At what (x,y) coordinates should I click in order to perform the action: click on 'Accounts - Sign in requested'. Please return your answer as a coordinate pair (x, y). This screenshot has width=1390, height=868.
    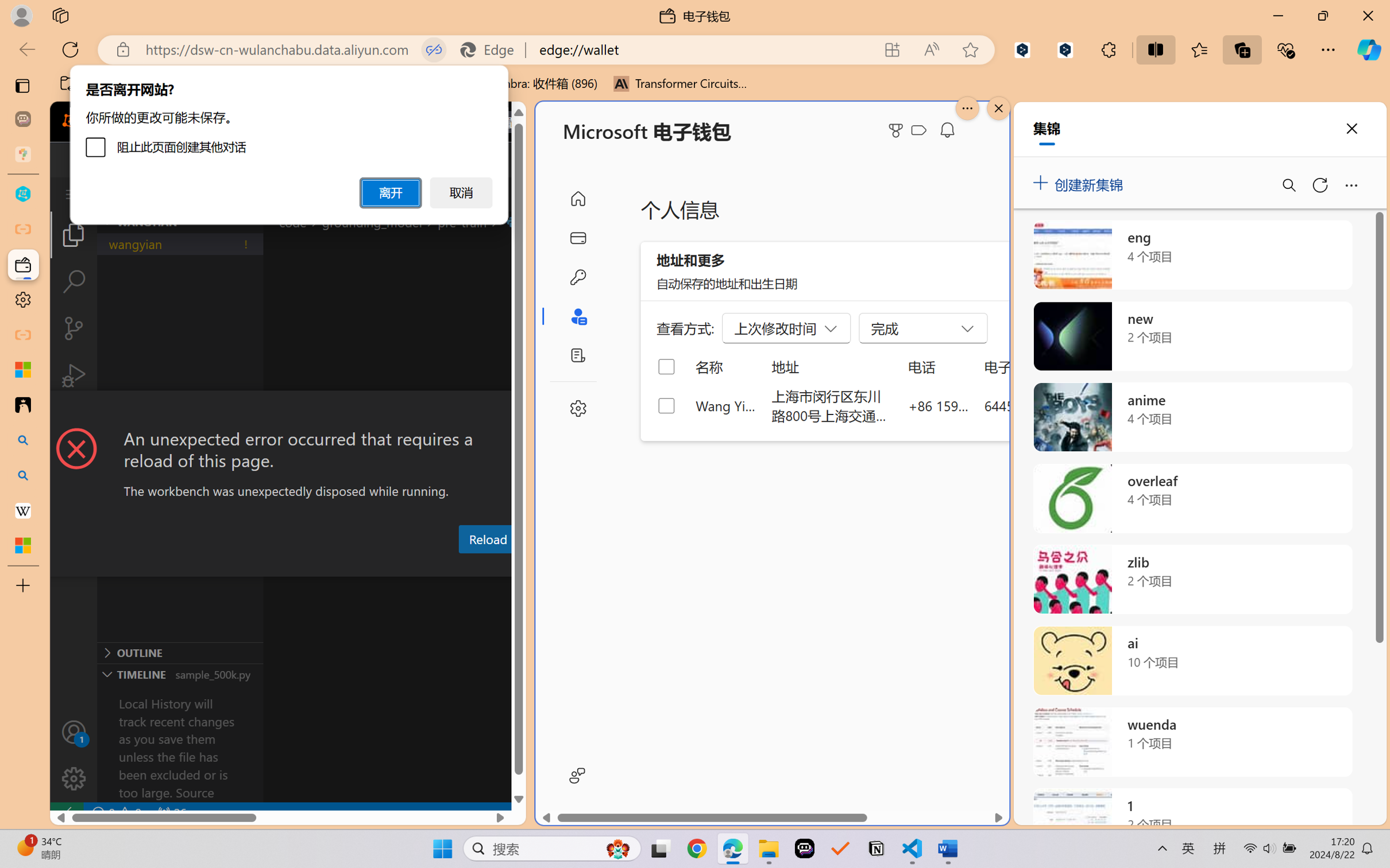
    Looking at the image, I should click on (73, 731).